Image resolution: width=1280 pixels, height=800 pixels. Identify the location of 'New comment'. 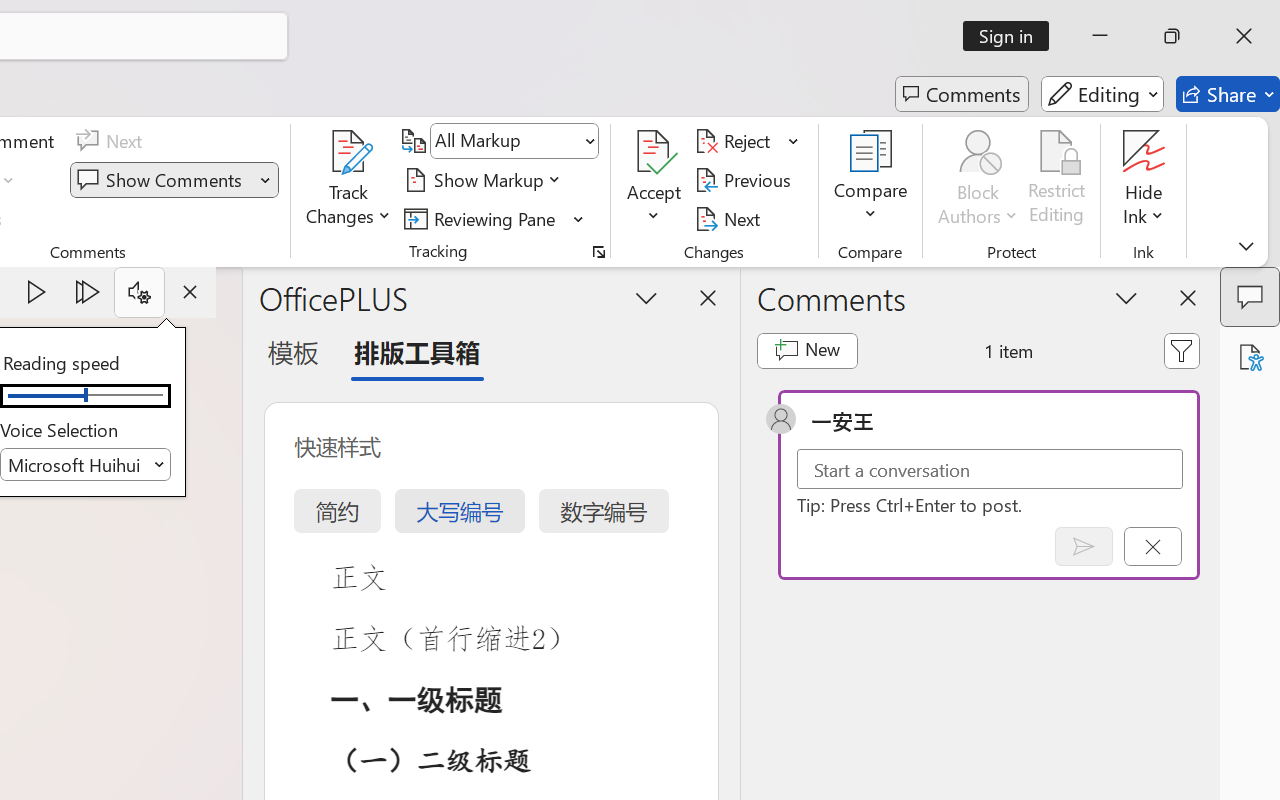
(807, 350).